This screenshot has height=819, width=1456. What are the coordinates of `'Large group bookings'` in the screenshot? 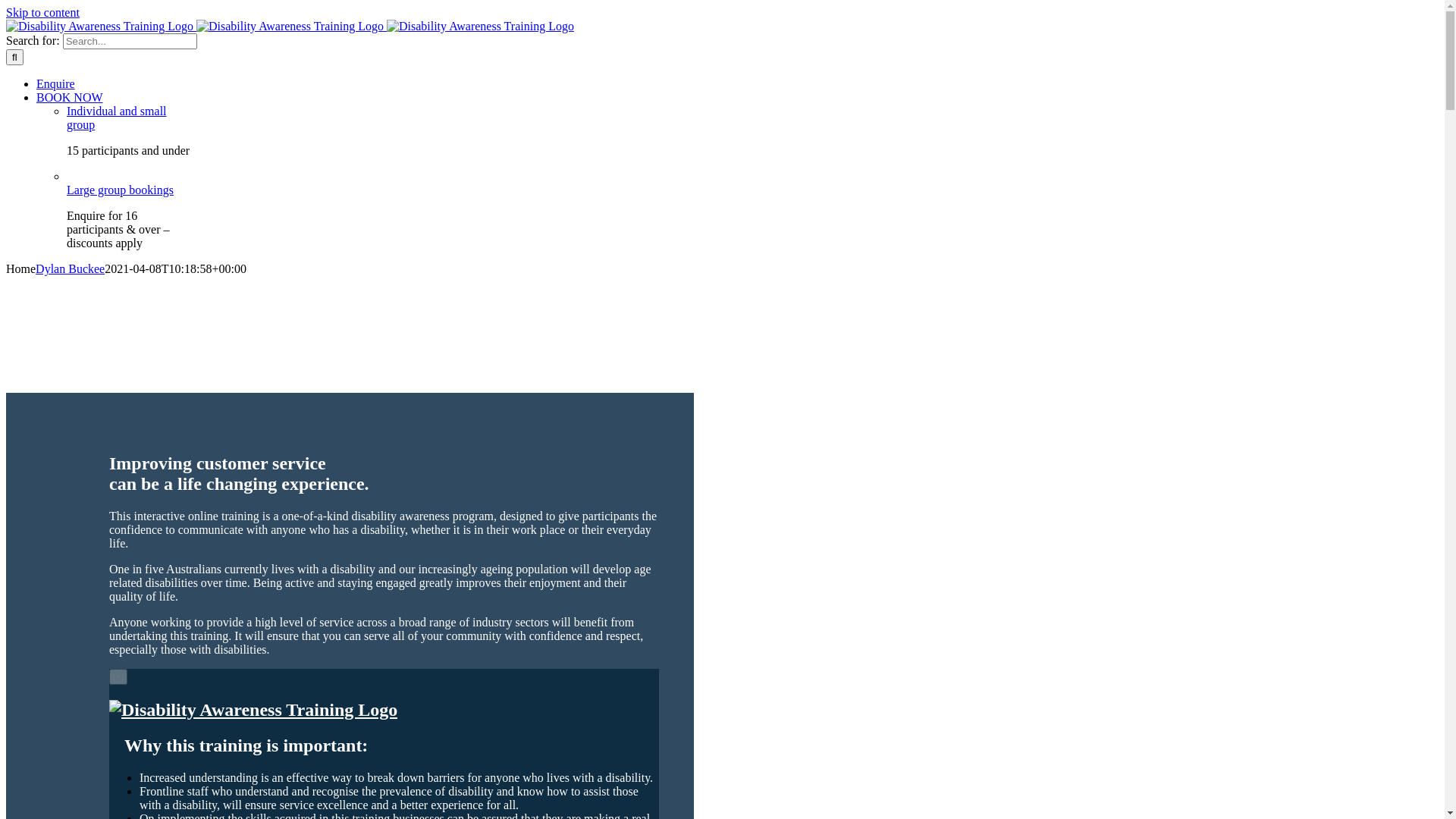 It's located at (119, 196).